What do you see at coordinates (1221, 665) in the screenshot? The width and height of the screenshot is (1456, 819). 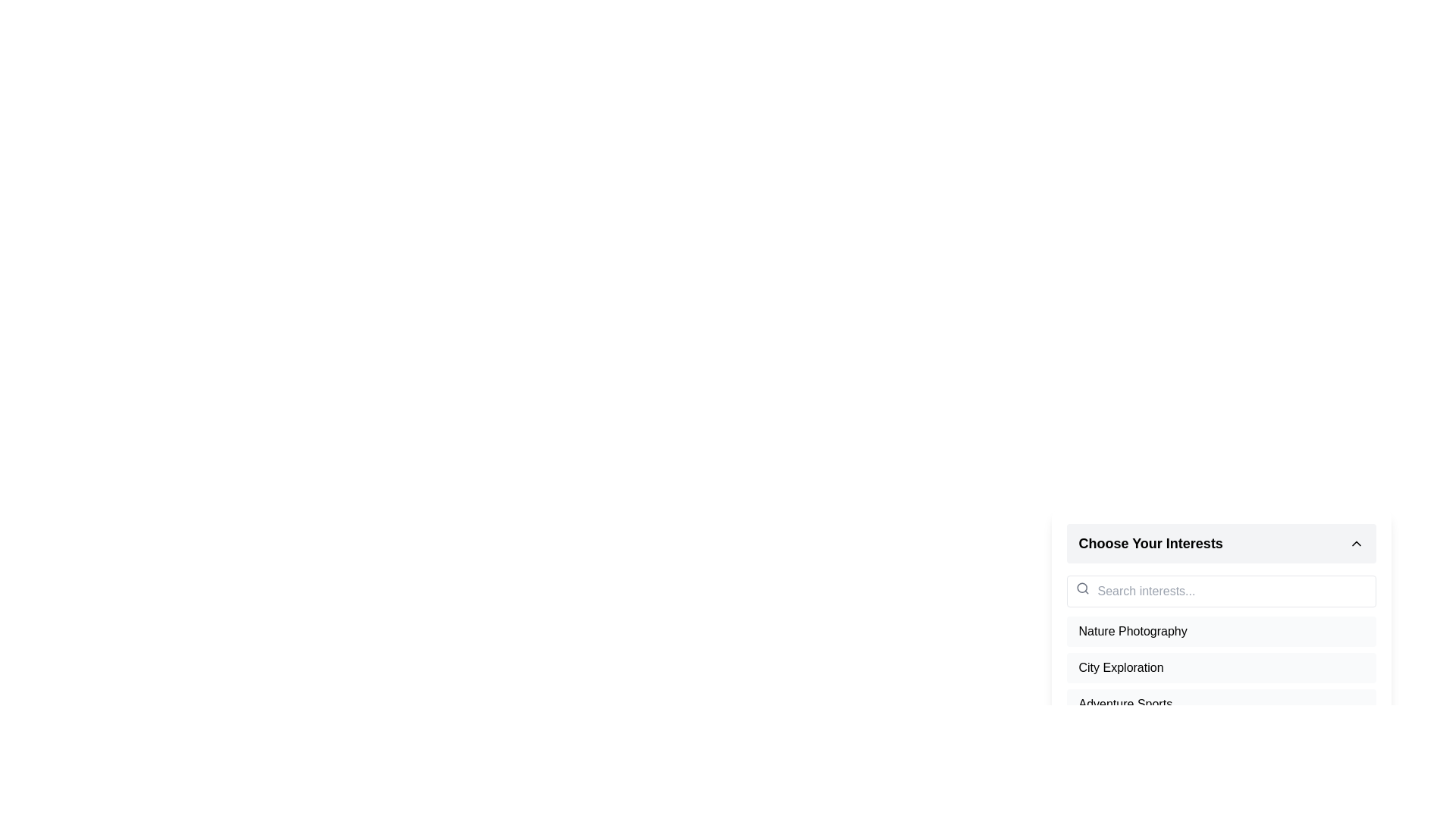 I see `the second item in the list under 'Choose Your Interests'` at bounding box center [1221, 665].